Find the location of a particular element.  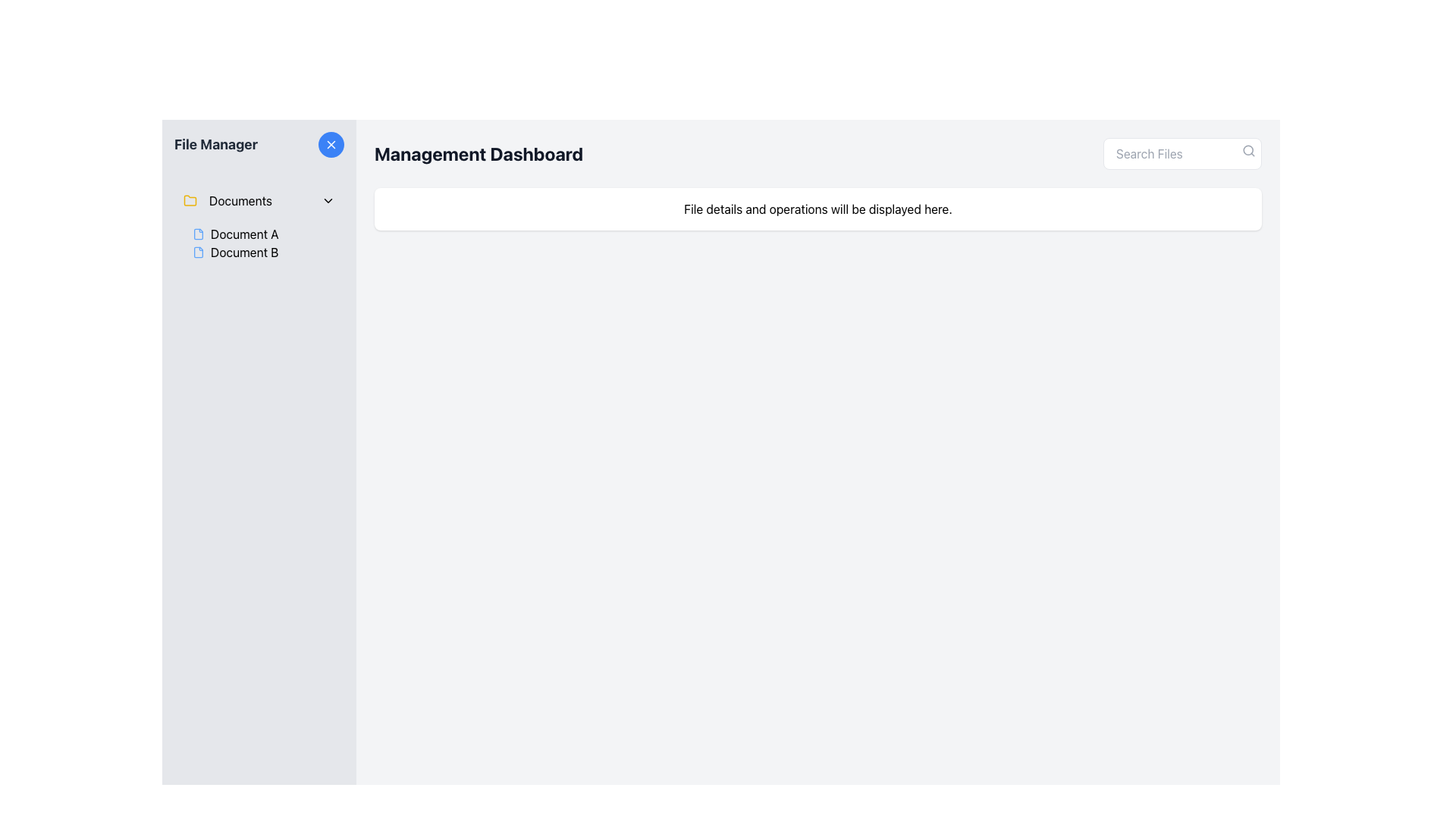

the Navigation item labeled 'Document A' in the File Manager sidebar is located at coordinates (268, 234).